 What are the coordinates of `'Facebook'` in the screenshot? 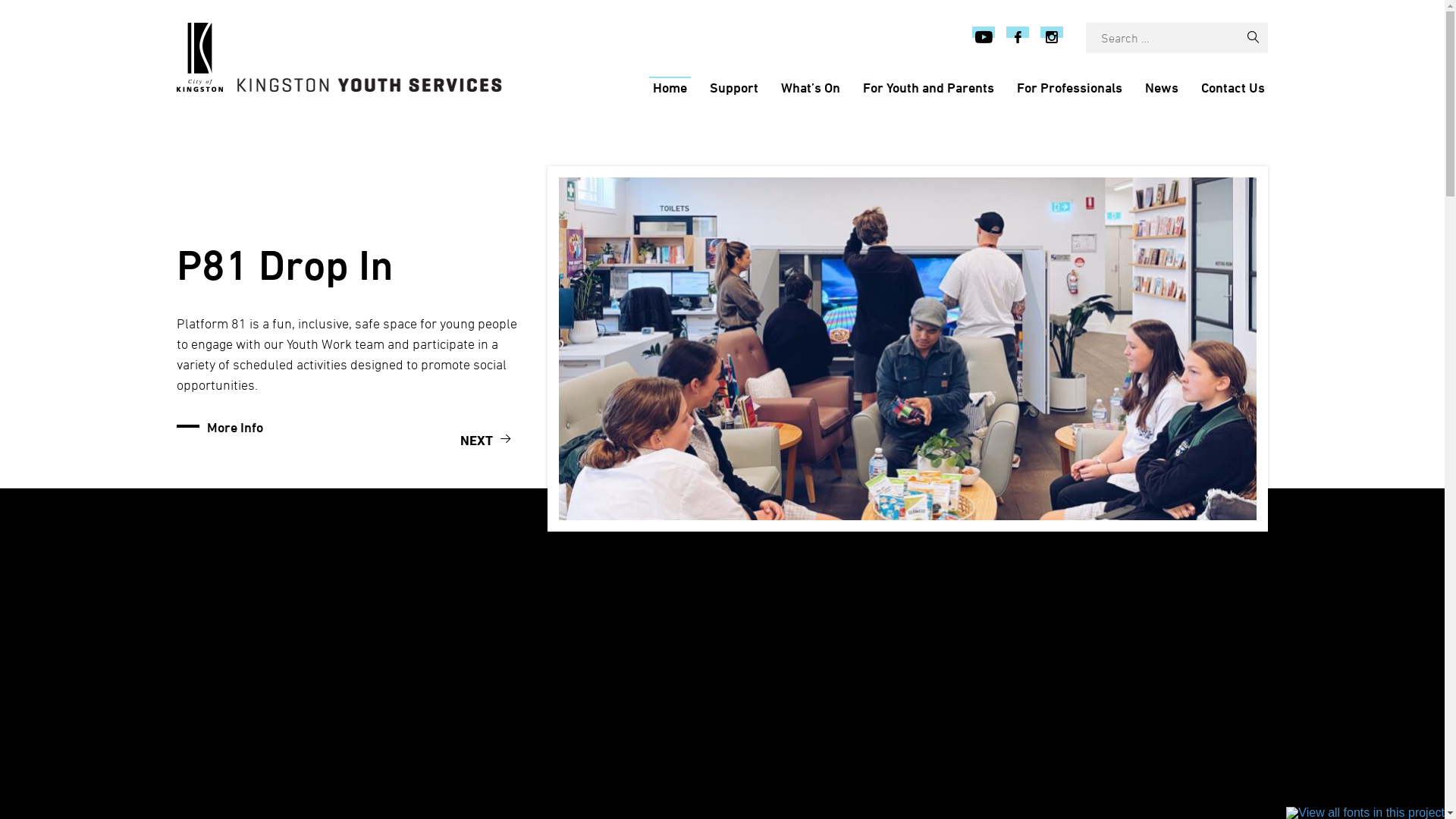 It's located at (1018, 37).